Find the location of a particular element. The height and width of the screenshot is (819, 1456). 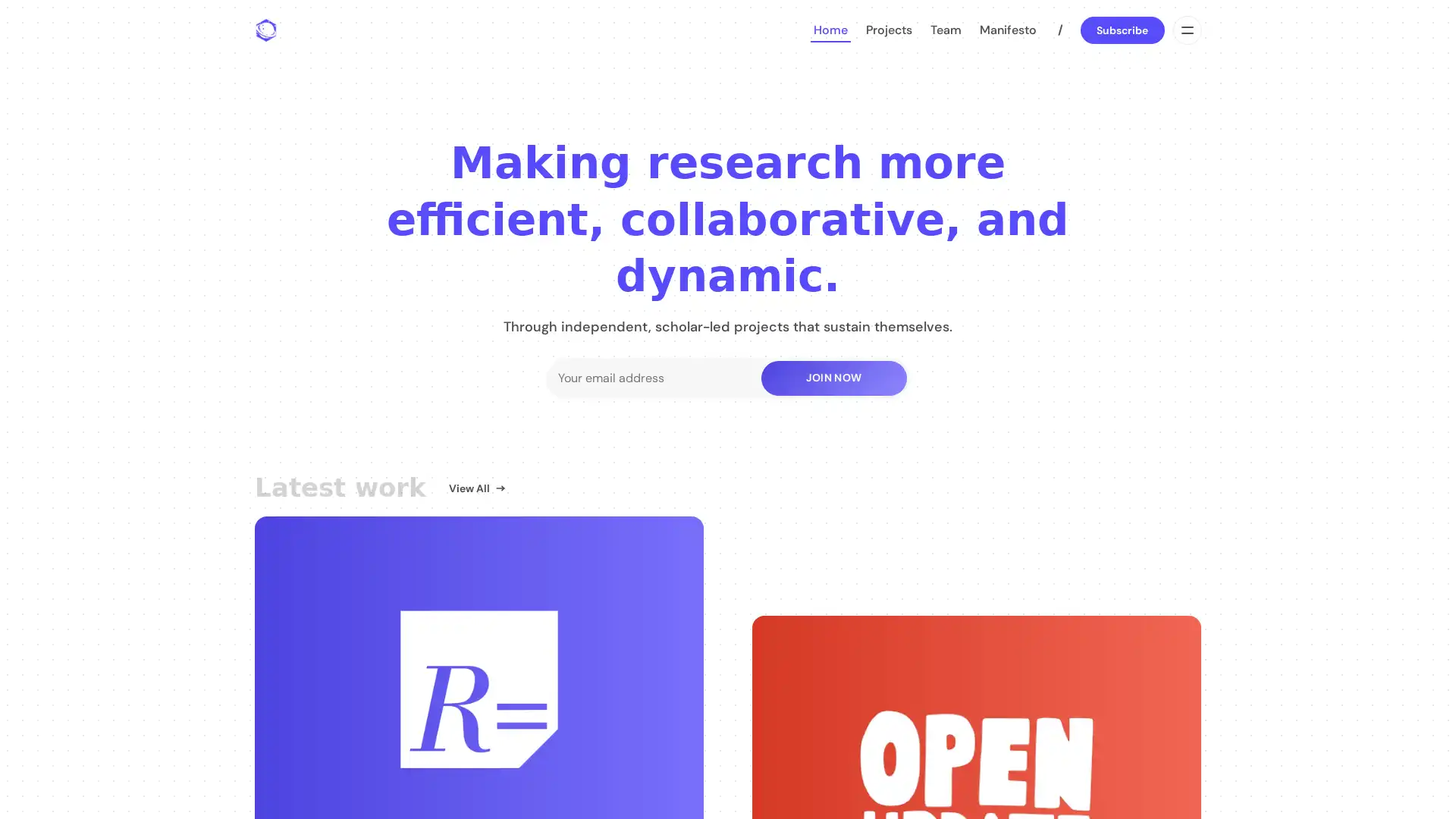

JOIN NOW is located at coordinates (833, 376).